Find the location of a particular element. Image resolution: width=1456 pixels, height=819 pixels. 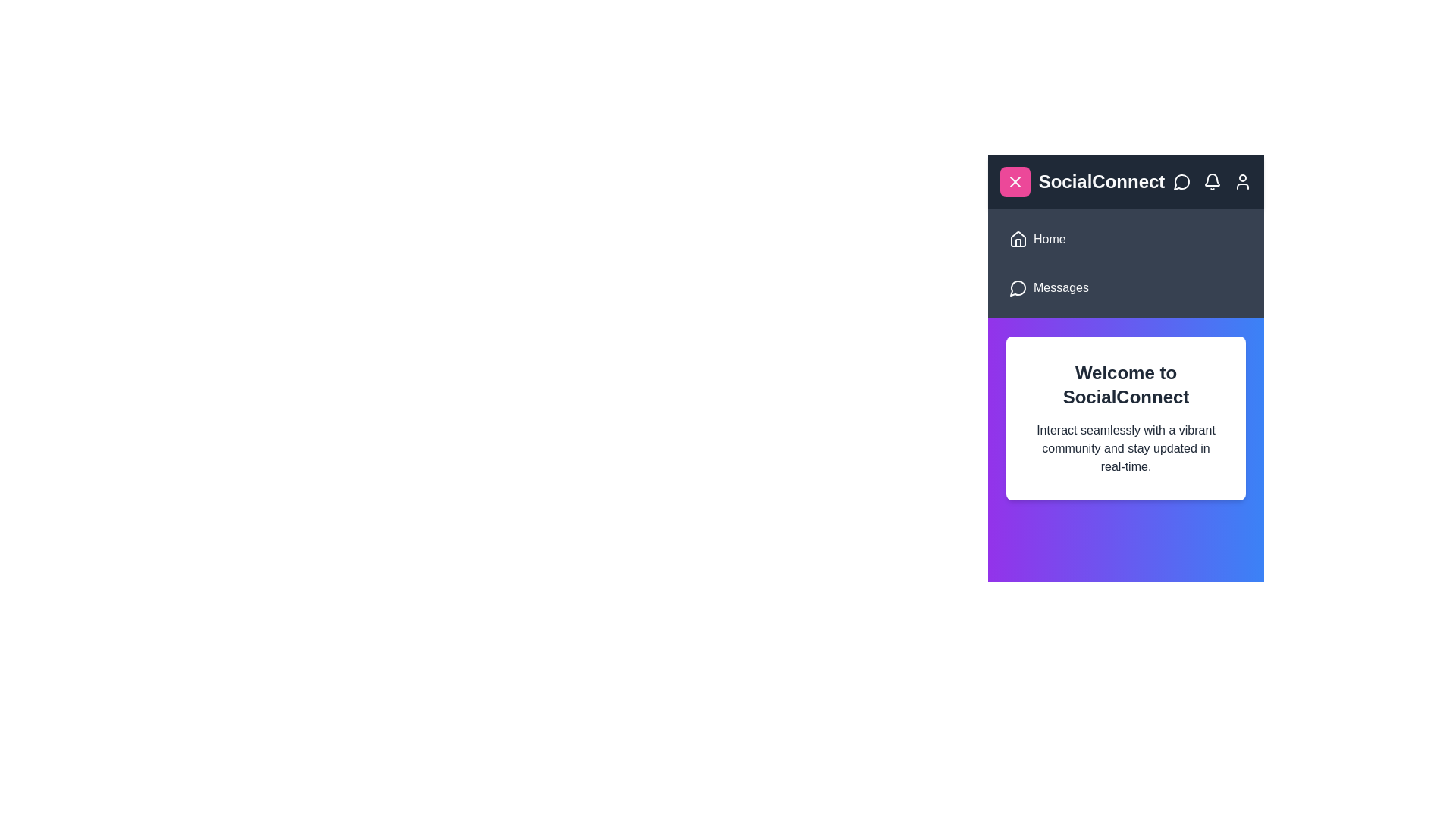

the Messages menu item is located at coordinates (1125, 288).